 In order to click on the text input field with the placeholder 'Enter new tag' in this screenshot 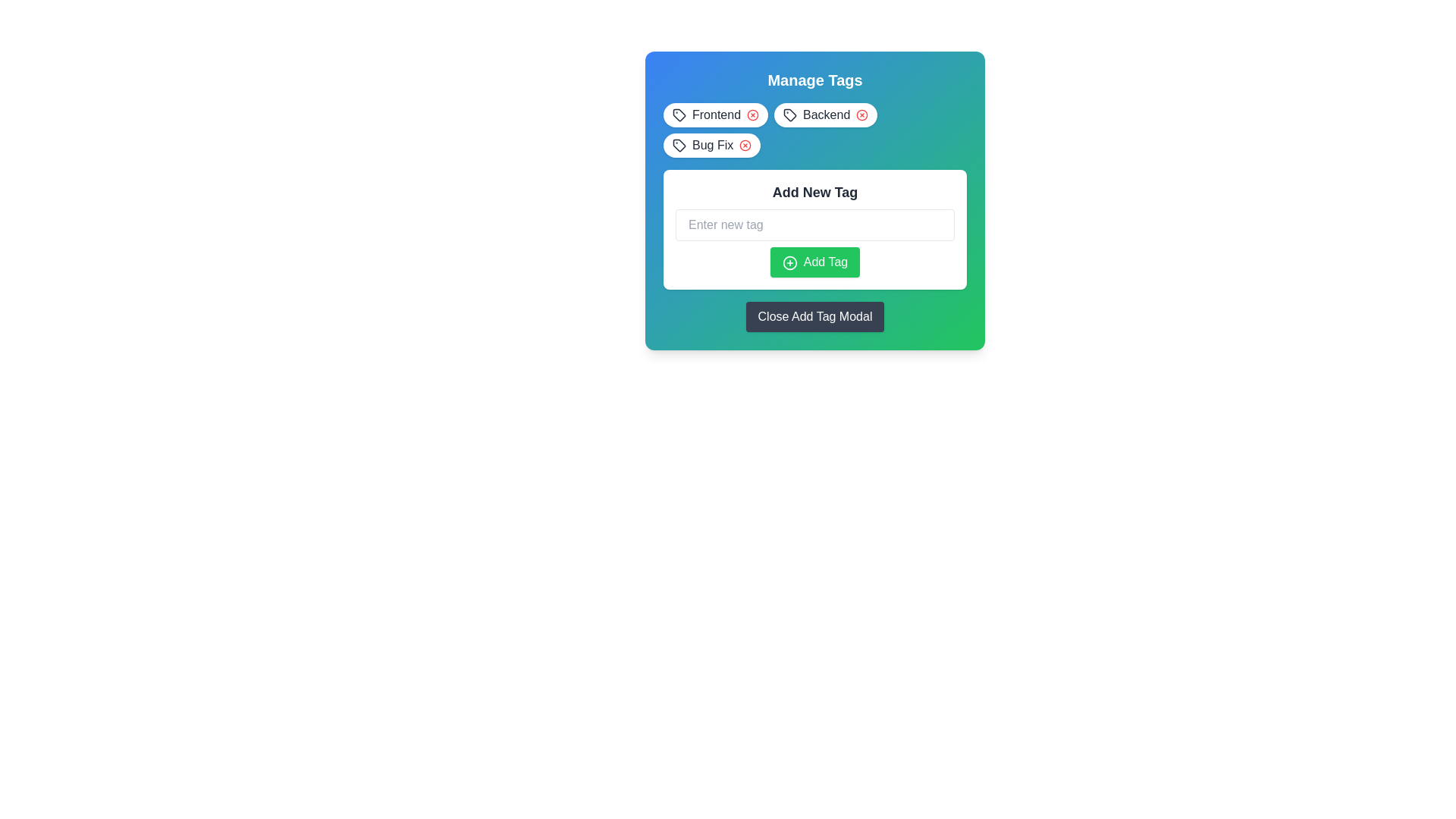, I will do `click(814, 225)`.